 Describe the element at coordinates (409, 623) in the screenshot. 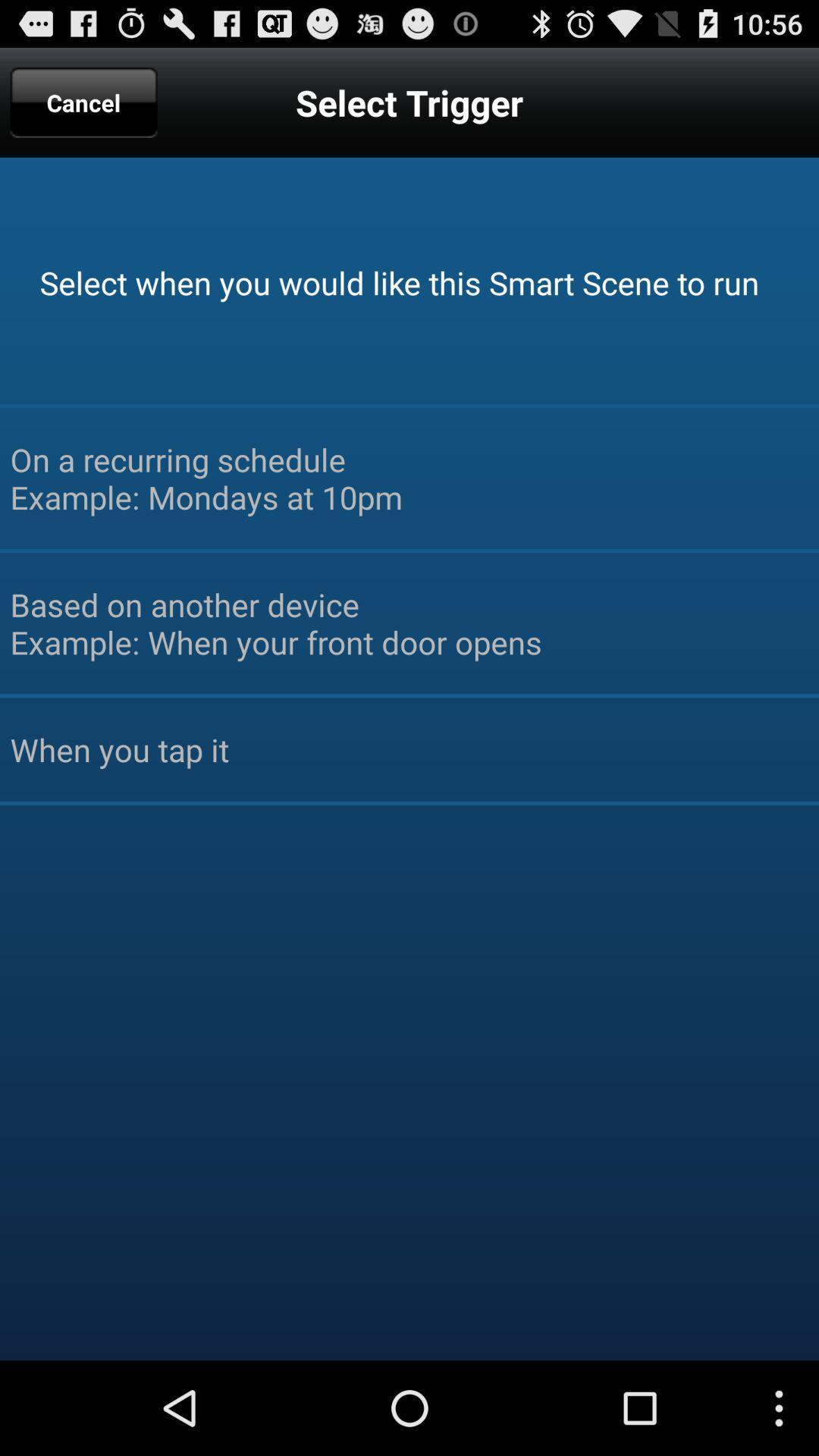

I see `the based on another` at that location.